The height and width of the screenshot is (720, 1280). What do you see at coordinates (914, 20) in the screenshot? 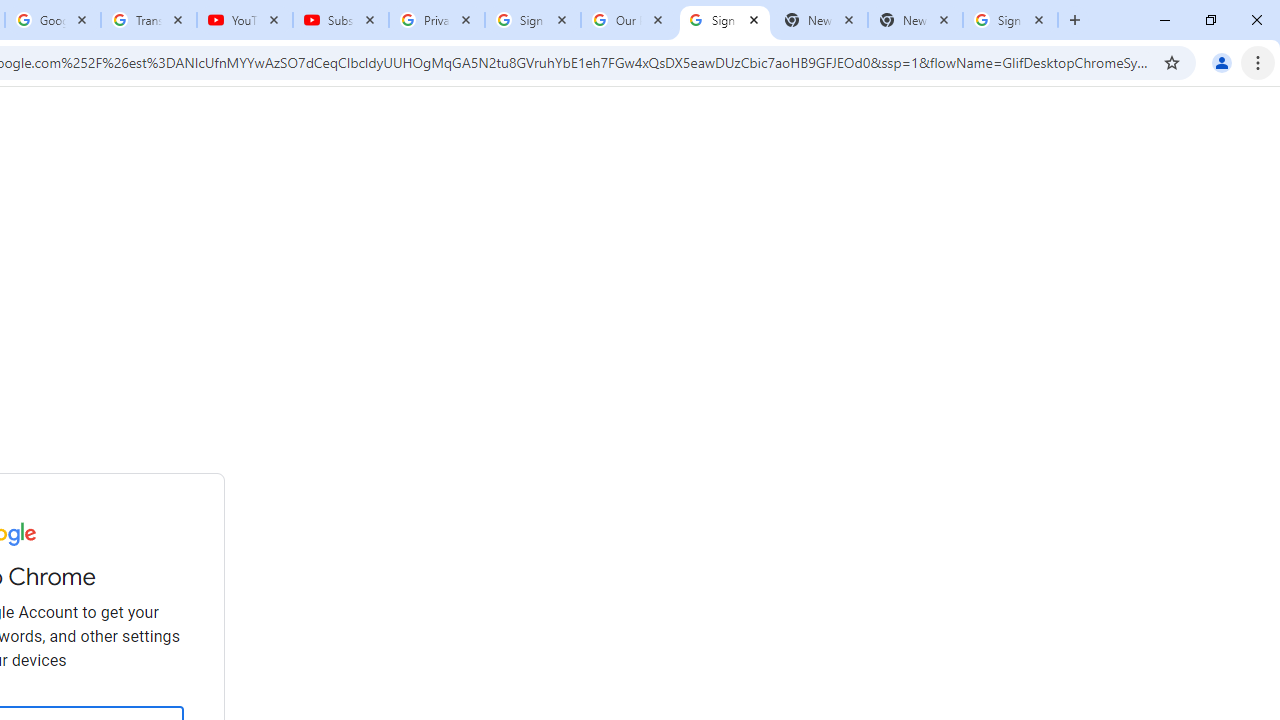
I see `'New Tab'` at bounding box center [914, 20].